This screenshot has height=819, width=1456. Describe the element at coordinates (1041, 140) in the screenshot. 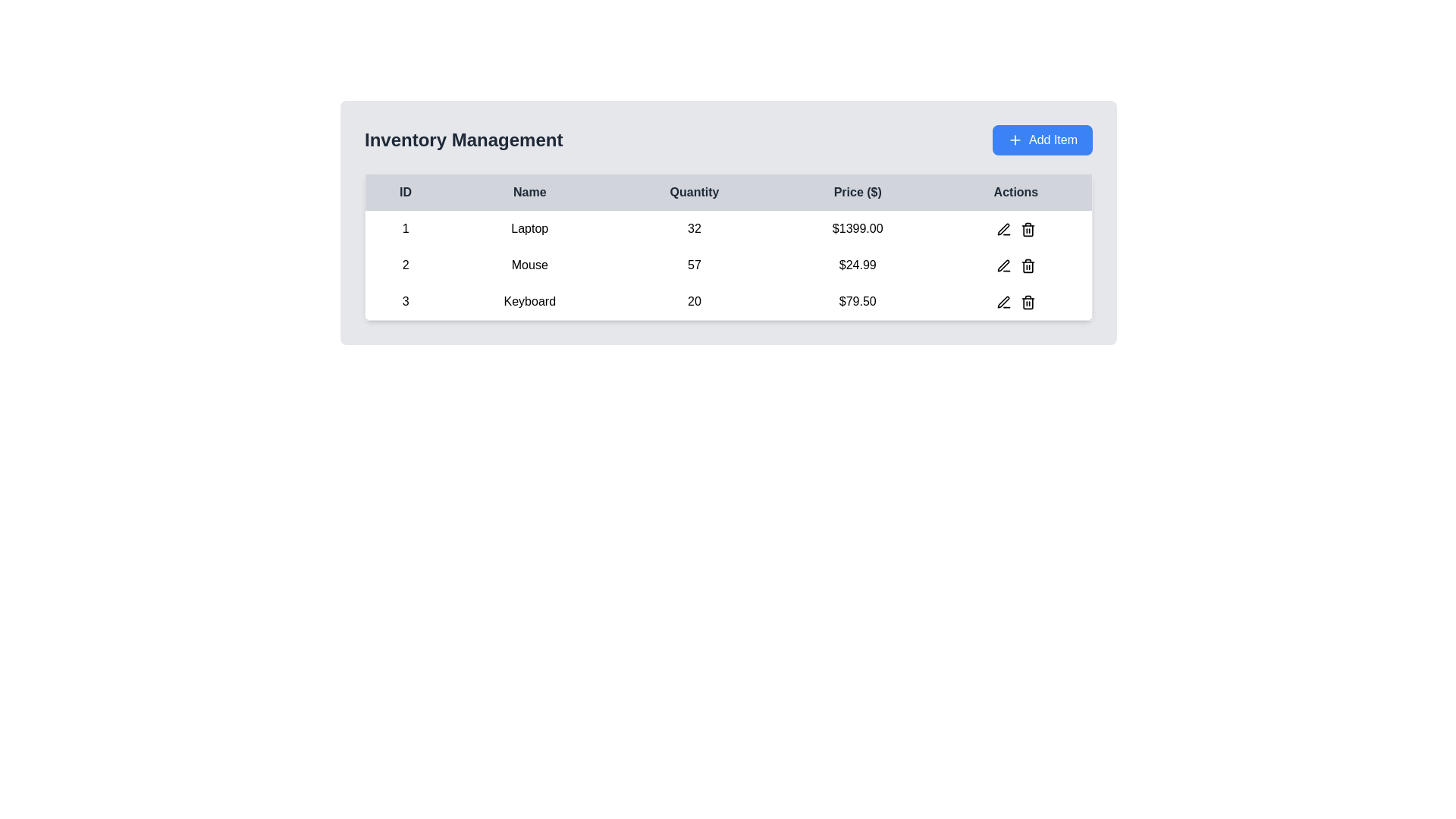

I see `the '+' icon on the blue 'Add Item' button located on the far right of the inventory management header section` at that location.